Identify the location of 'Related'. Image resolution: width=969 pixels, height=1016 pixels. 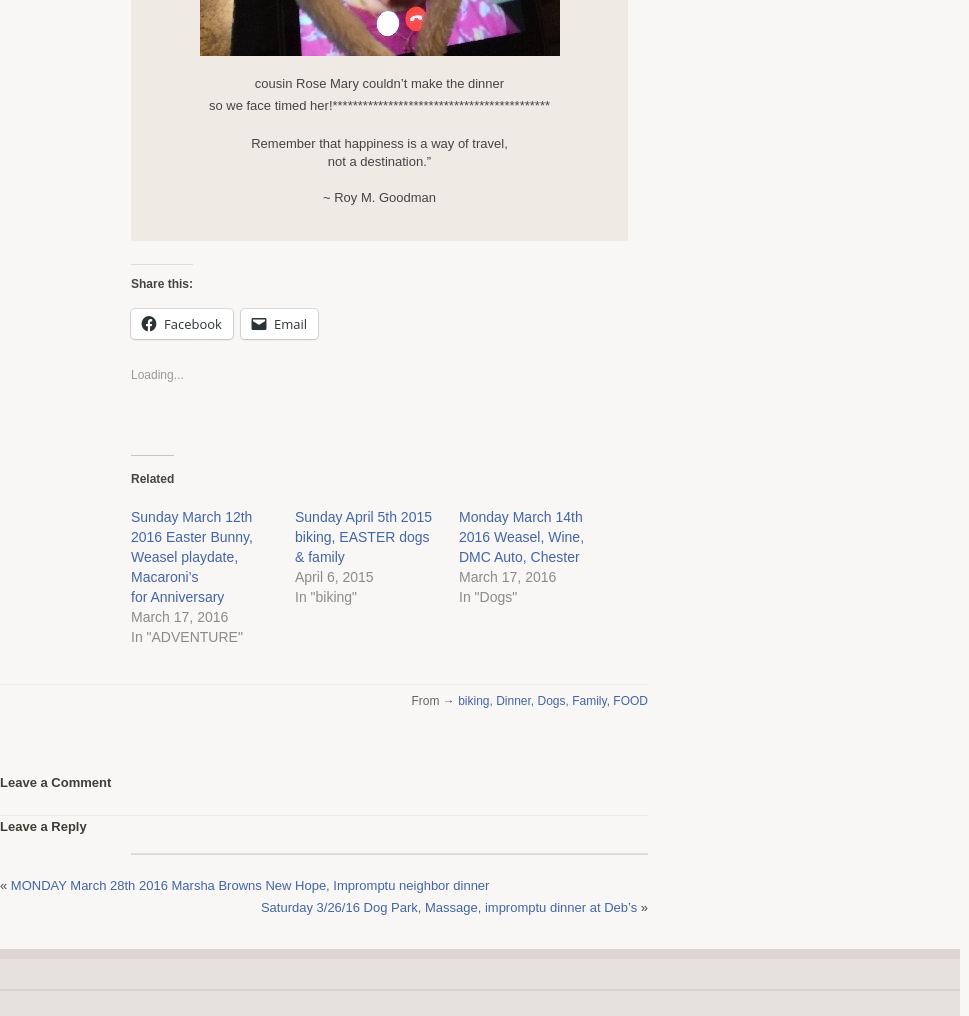
(151, 478).